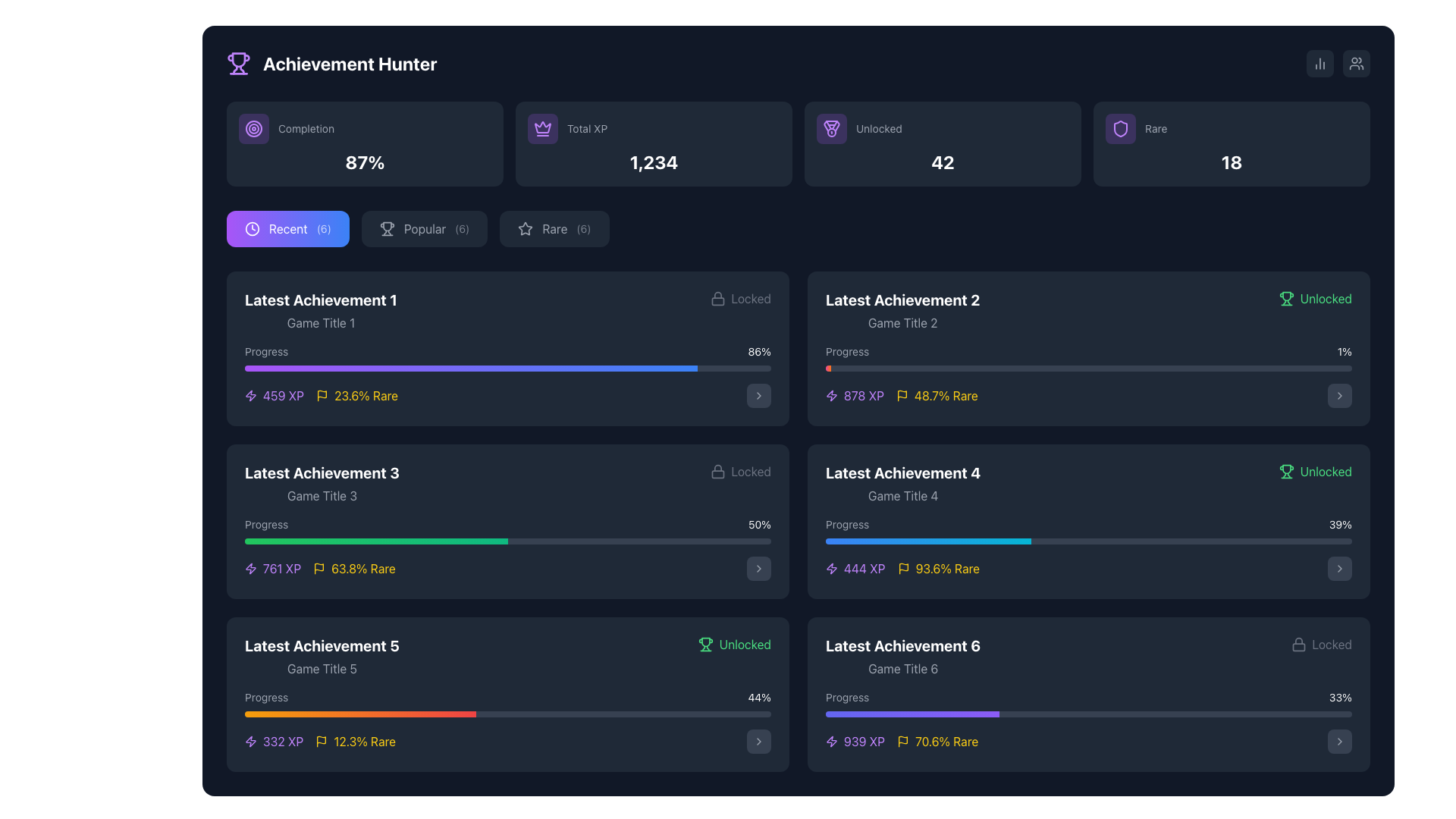 Image resolution: width=1456 pixels, height=819 pixels. I want to click on the XP icon located in the bottom-right card labeled 'Latest Achievement 4', which is positioned to the left of the text '444 XP', so click(831, 568).